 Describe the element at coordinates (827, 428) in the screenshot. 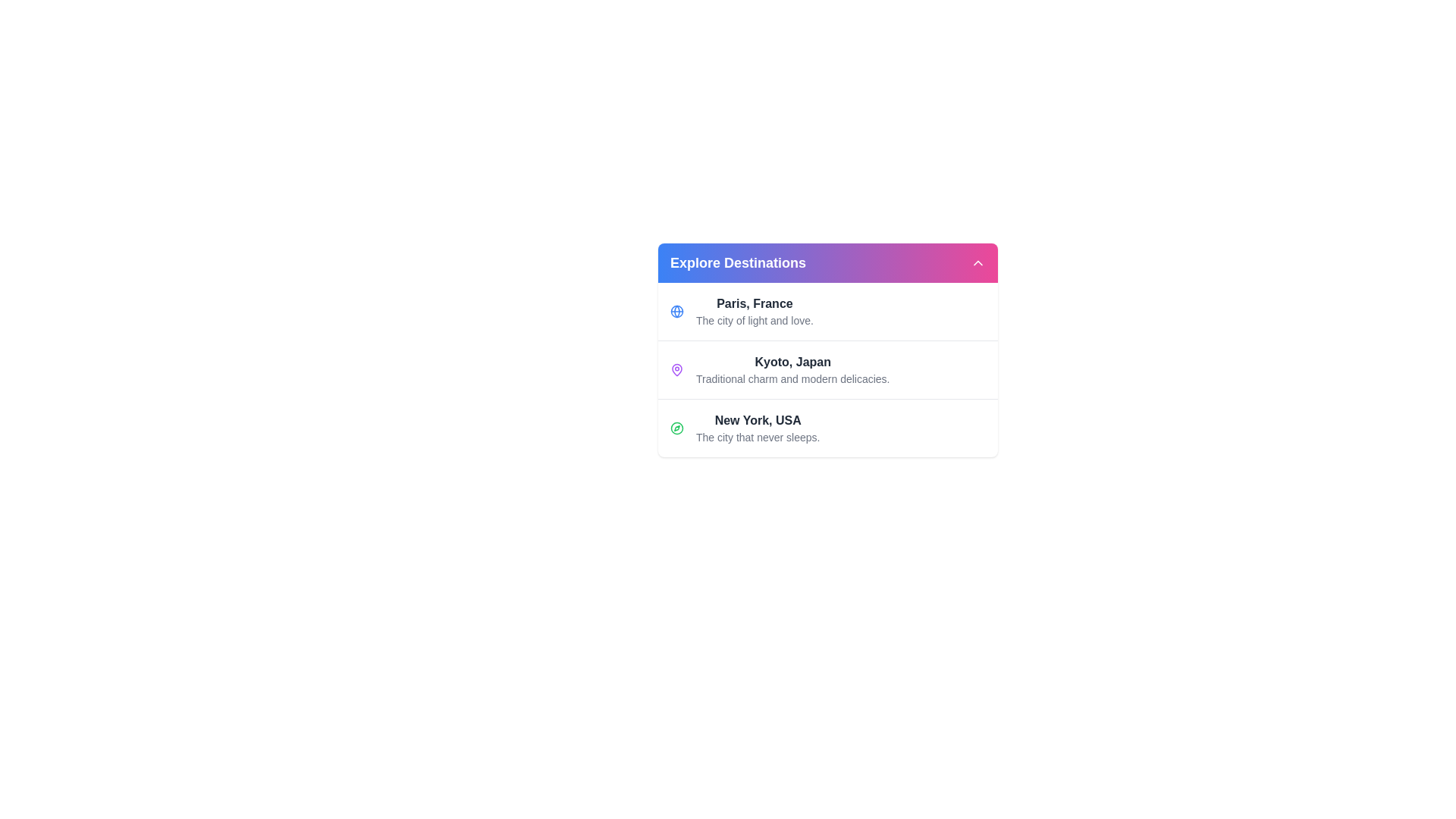

I see `the list item representing 'New York, USA'` at that location.